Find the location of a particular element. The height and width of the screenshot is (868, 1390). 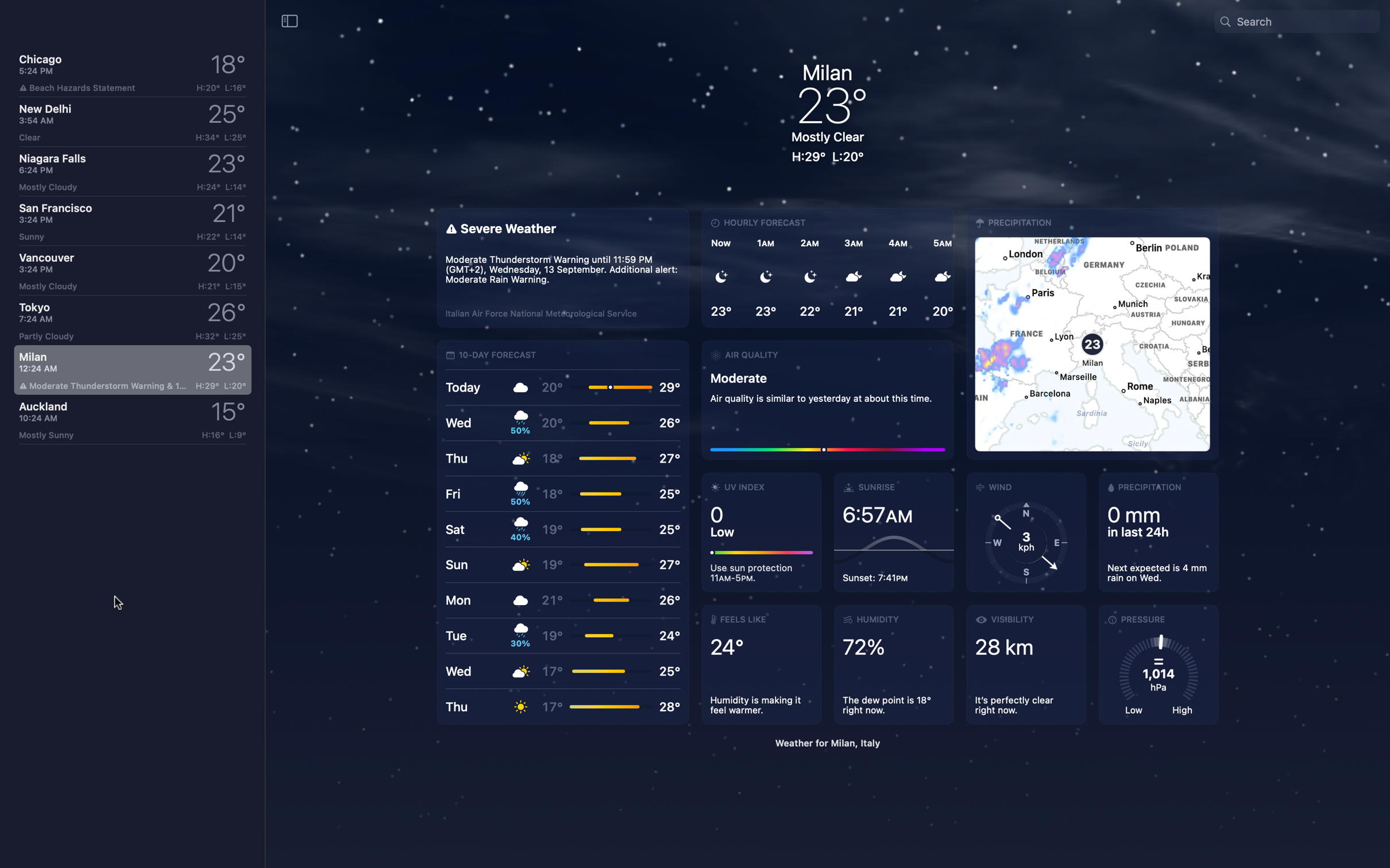

Hide temperatures of all other cities is located at coordinates (289, 20).